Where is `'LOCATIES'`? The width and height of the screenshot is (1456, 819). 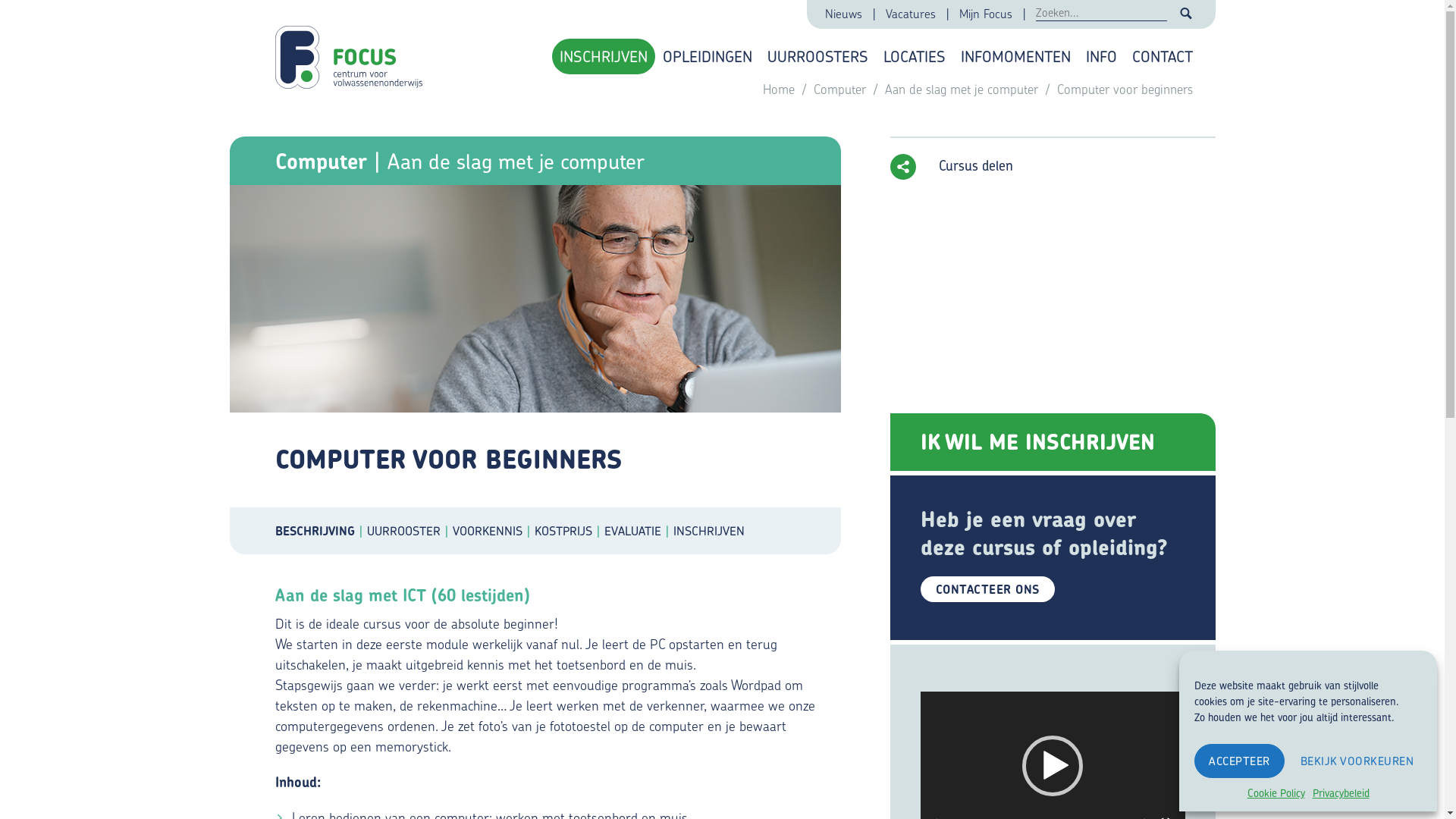 'LOCATIES' is located at coordinates (912, 55).